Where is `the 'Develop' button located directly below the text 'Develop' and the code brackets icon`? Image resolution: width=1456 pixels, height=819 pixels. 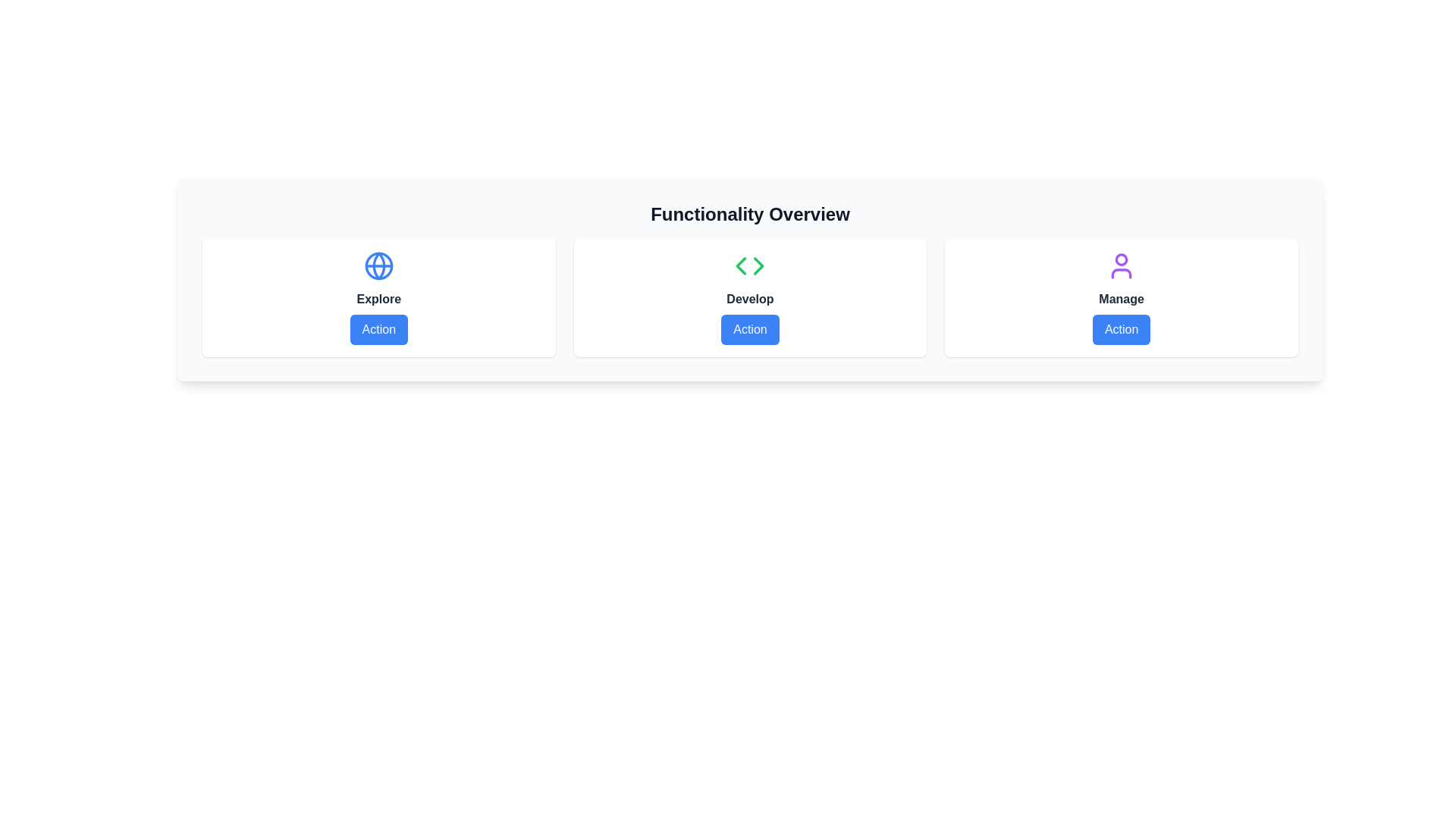 the 'Develop' button located directly below the text 'Develop' and the code brackets icon is located at coordinates (750, 329).